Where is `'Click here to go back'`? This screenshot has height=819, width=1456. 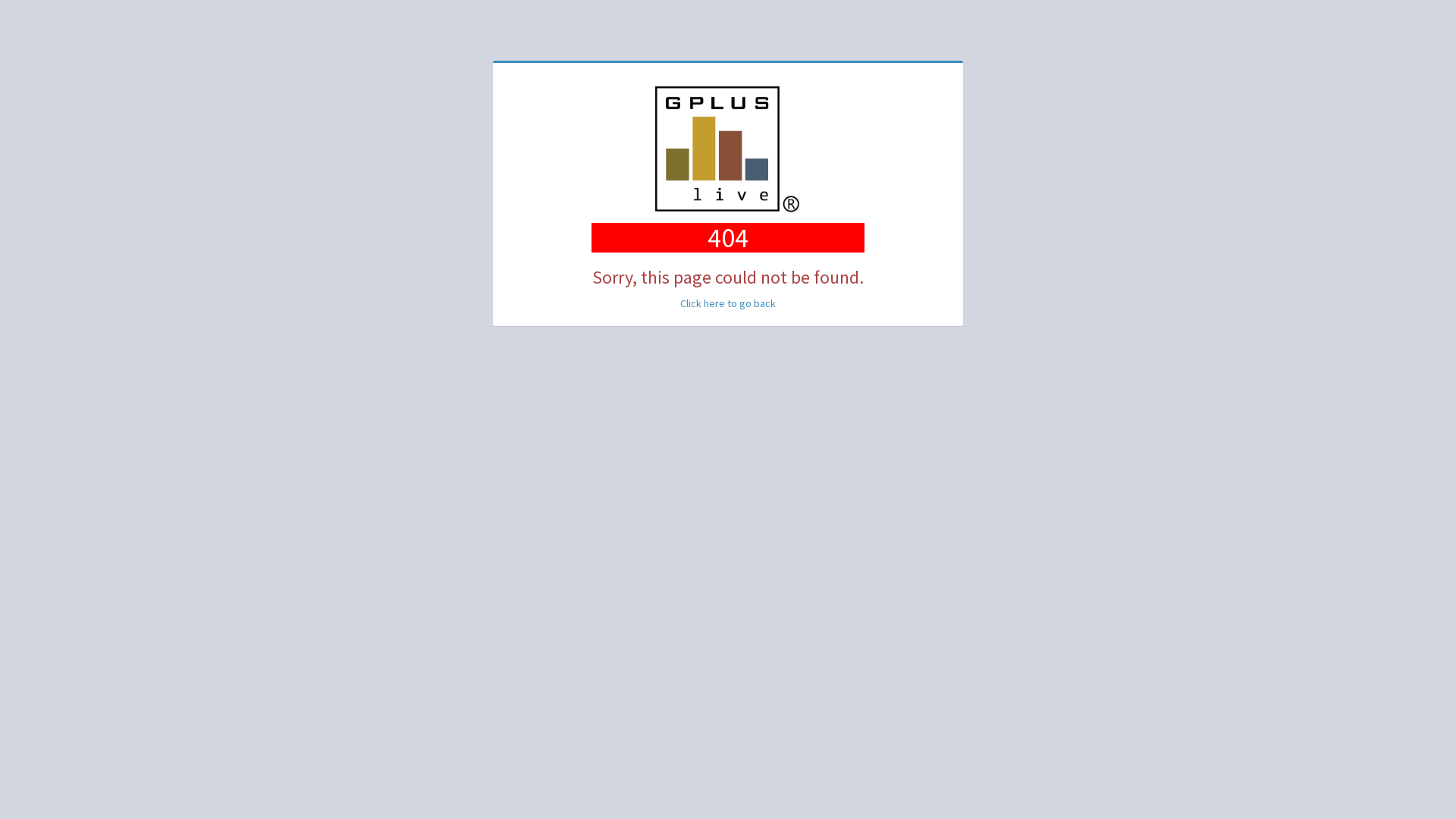
'Click here to go back' is located at coordinates (728, 303).